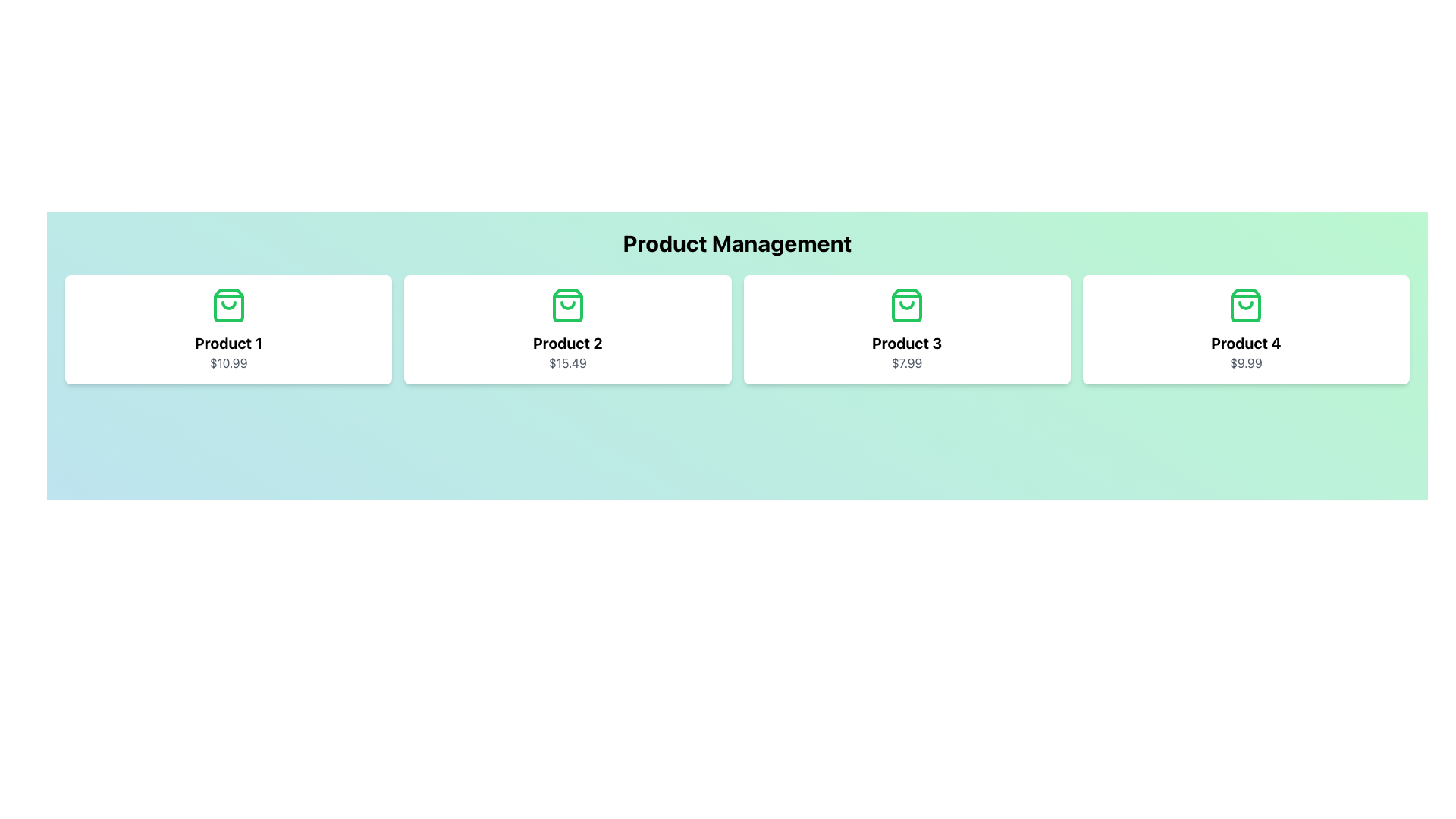  I want to click on the green shopping bag icon located at the top of the product card for 'Product 1' priced at '$10.99', so click(227, 305).